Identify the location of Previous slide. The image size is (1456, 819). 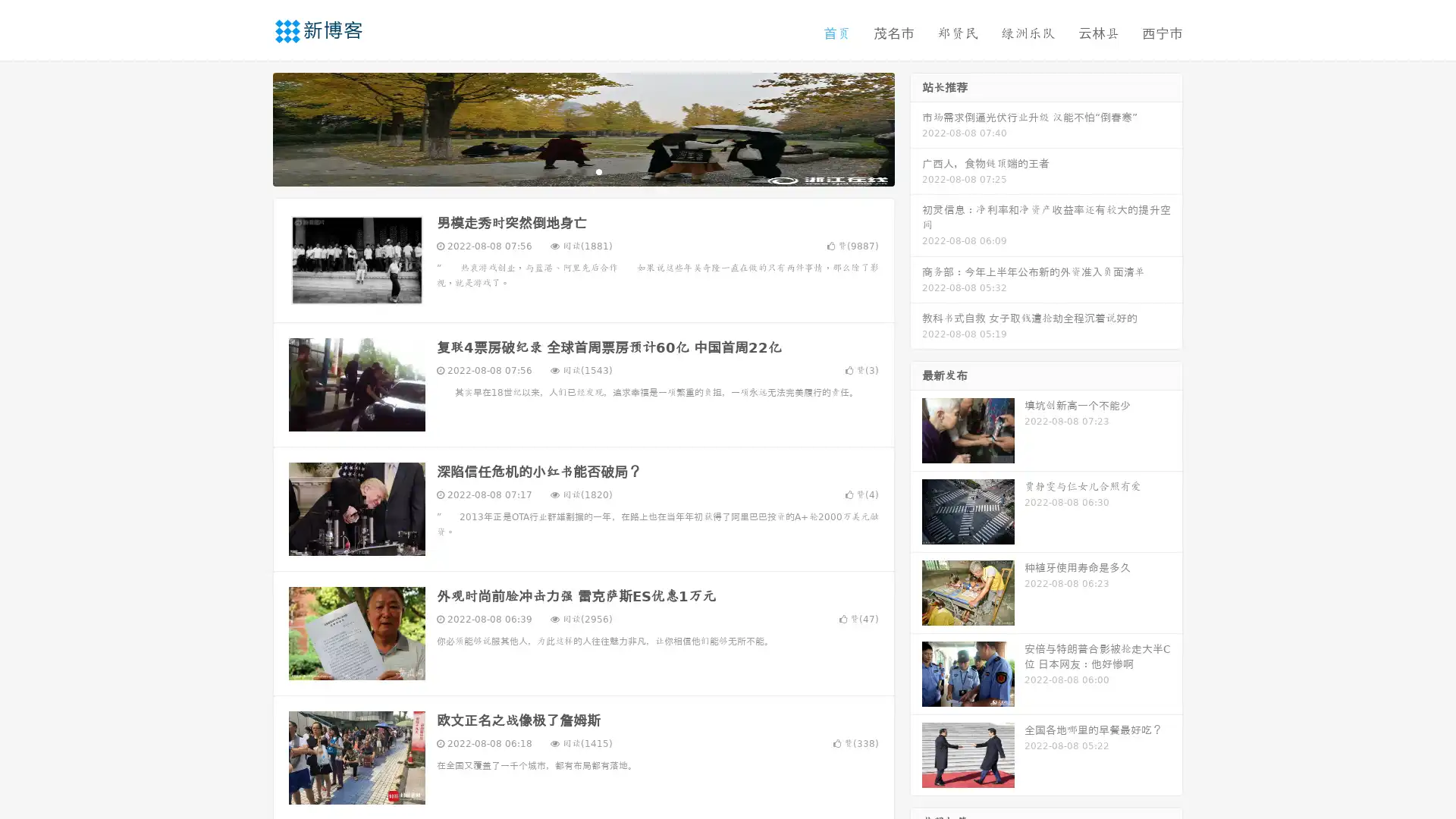
(250, 127).